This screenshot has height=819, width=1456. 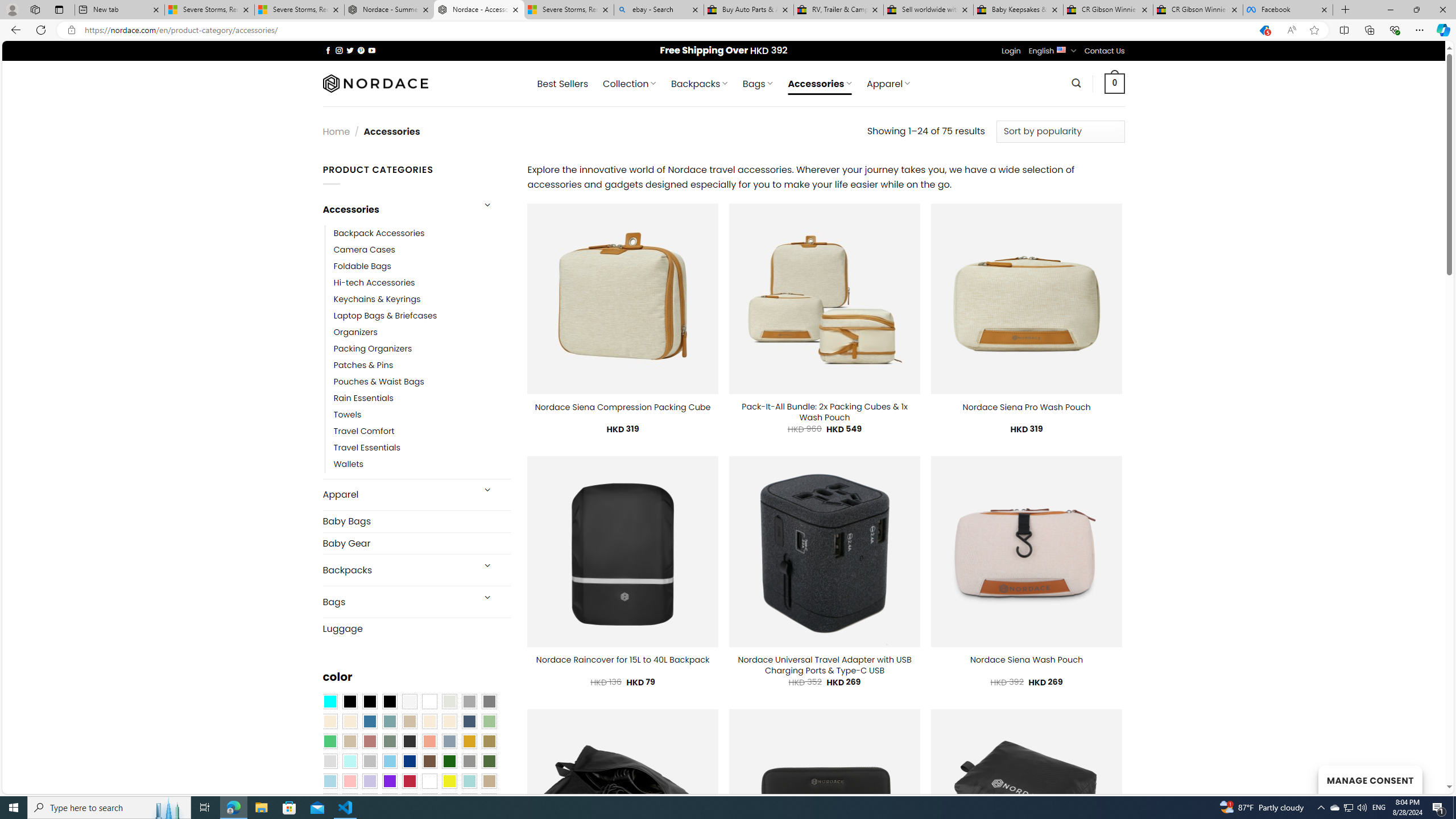 I want to click on 'Towels', so click(x=421, y=415).